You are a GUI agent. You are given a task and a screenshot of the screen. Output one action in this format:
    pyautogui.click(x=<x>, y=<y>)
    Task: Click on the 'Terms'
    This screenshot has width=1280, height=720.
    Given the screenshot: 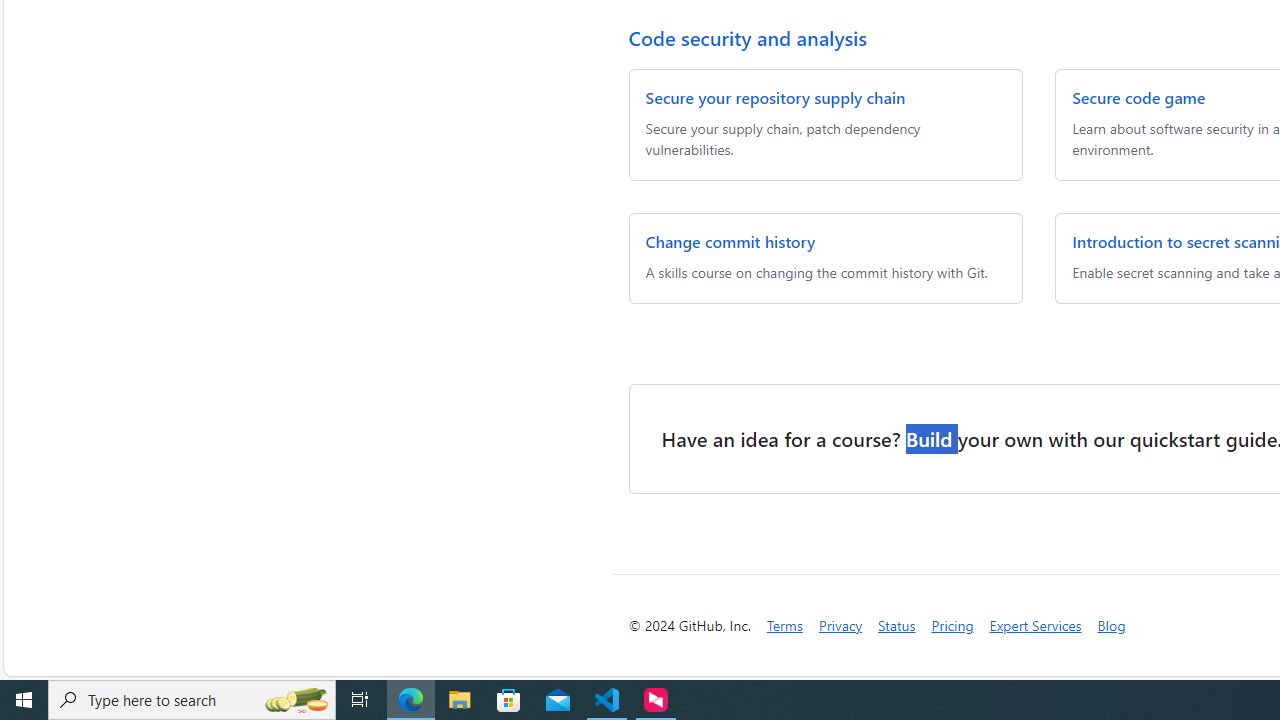 What is the action you would take?
    pyautogui.click(x=783, y=624)
    